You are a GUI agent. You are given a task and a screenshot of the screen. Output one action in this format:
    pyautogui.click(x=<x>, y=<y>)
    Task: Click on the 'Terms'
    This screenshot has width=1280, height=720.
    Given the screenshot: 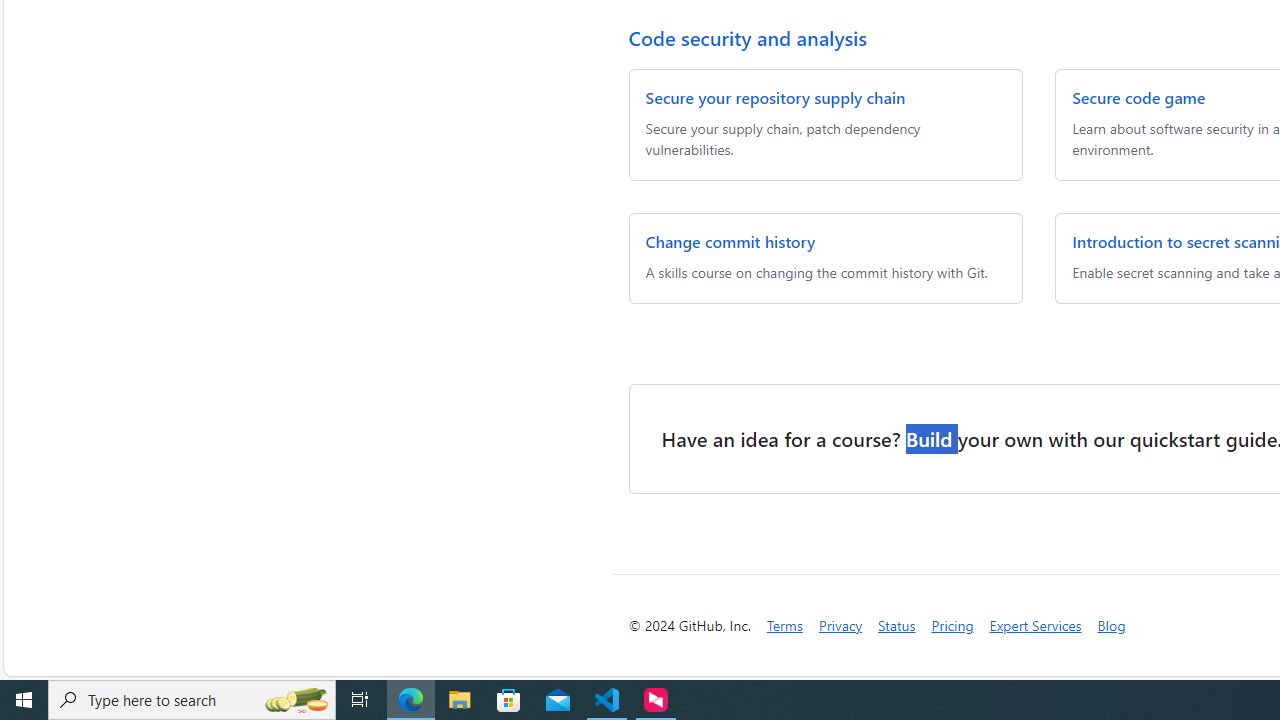 What is the action you would take?
    pyautogui.click(x=783, y=624)
    